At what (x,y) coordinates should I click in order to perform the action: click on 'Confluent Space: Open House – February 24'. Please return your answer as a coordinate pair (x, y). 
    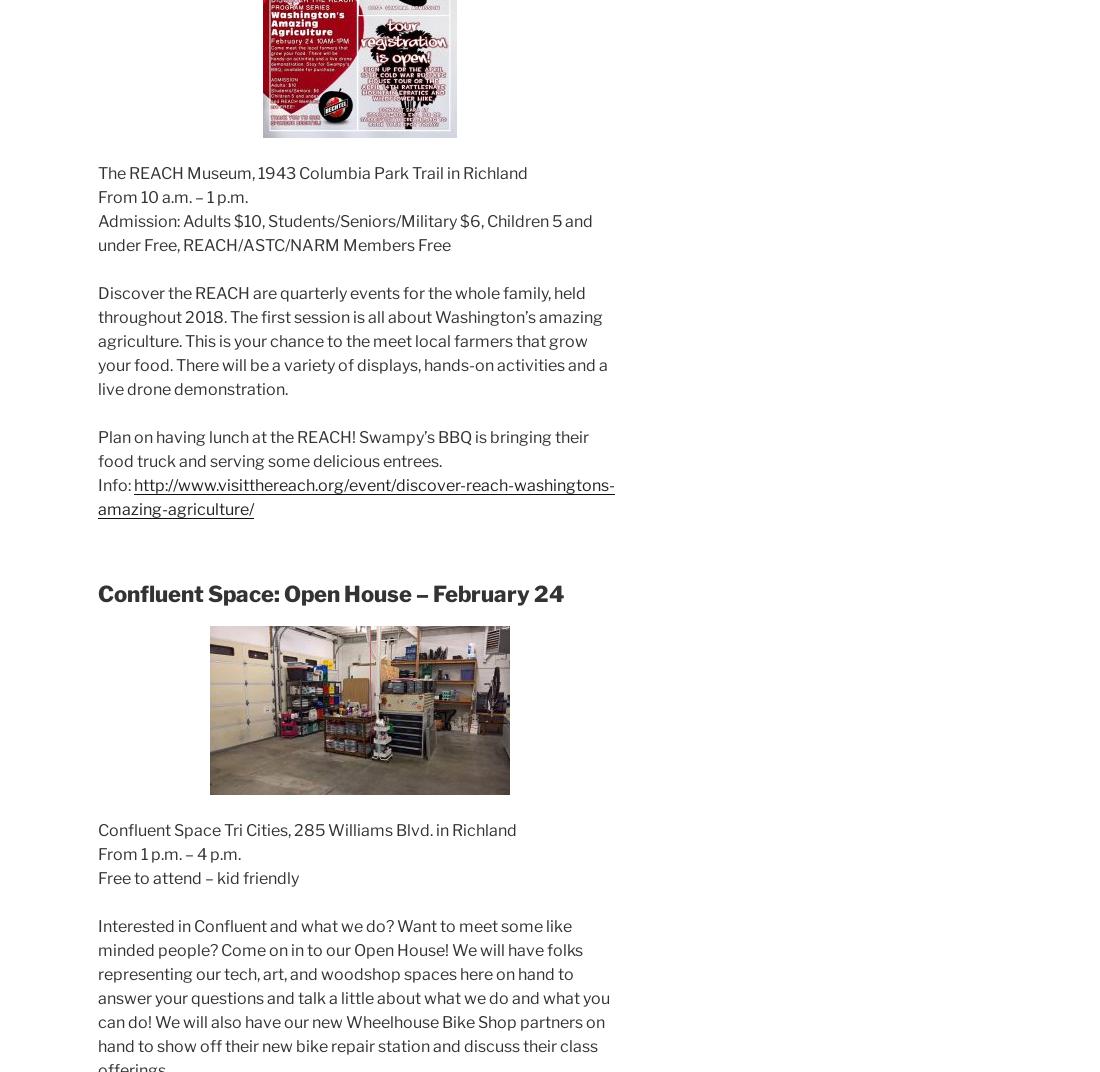
    Looking at the image, I should click on (329, 592).